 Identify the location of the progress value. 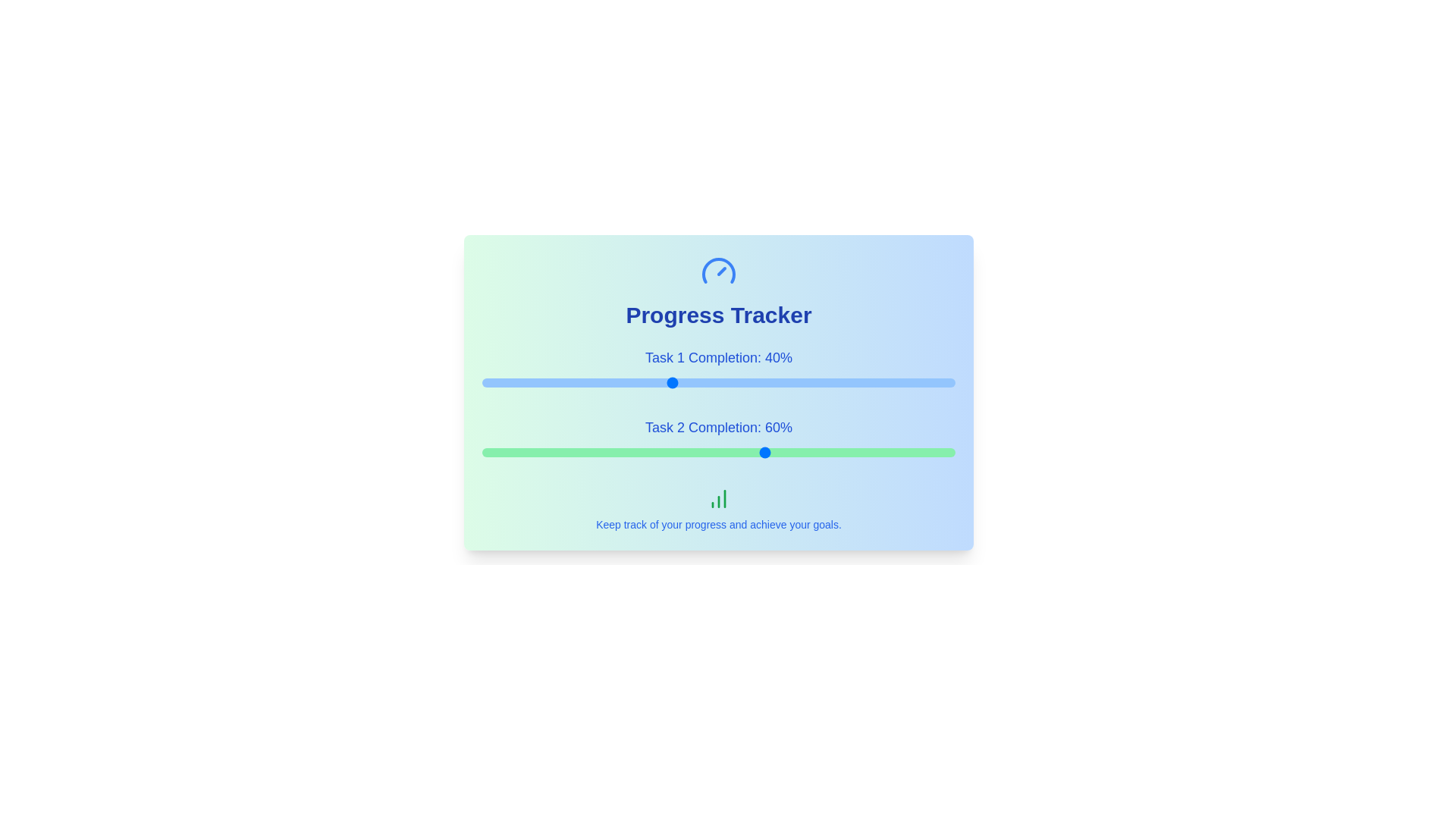
(822, 382).